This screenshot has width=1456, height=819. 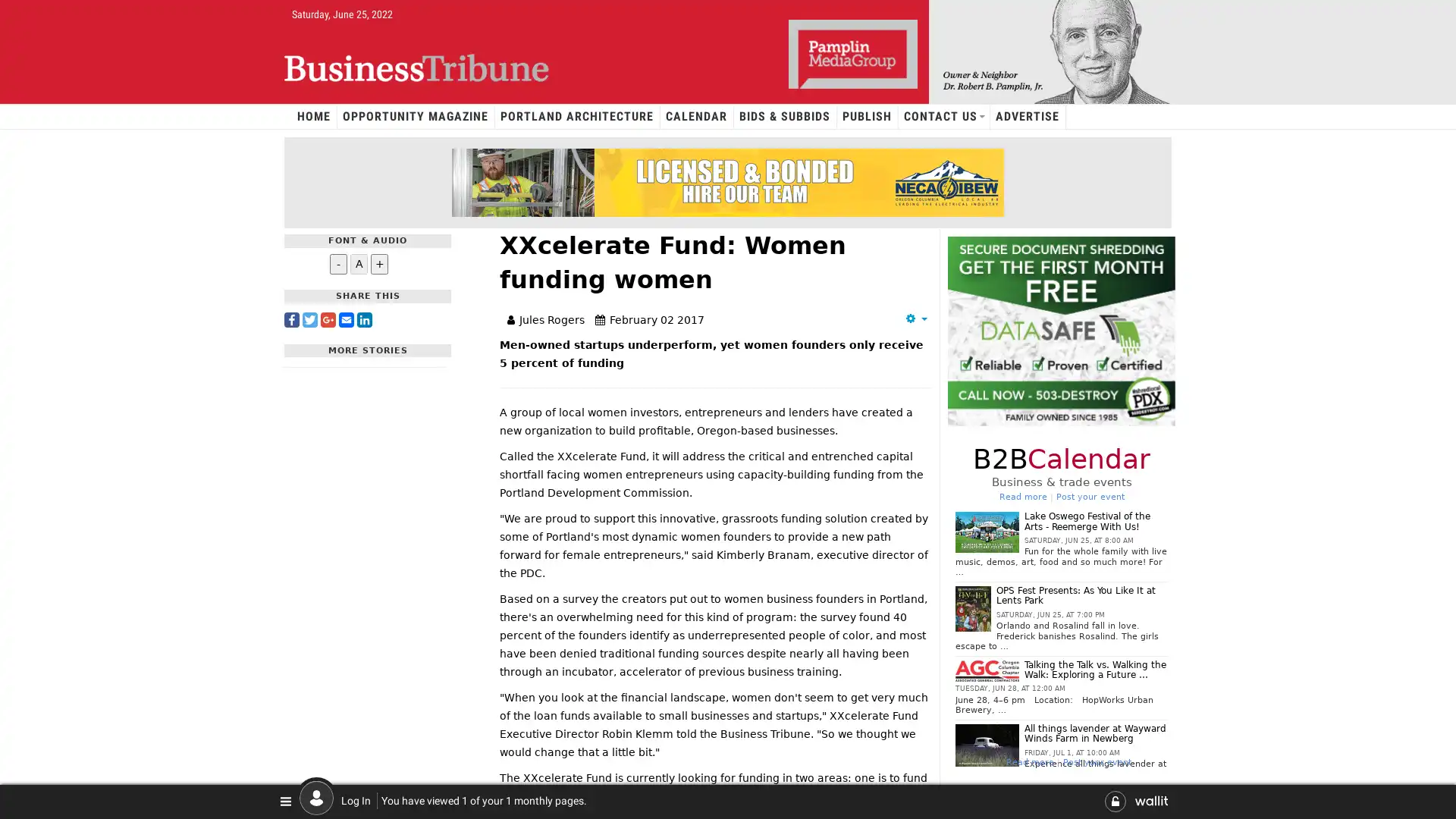 What do you see at coordinates (337, 262) in the screenshot?
I see `-` at bounding box center [337, 262].